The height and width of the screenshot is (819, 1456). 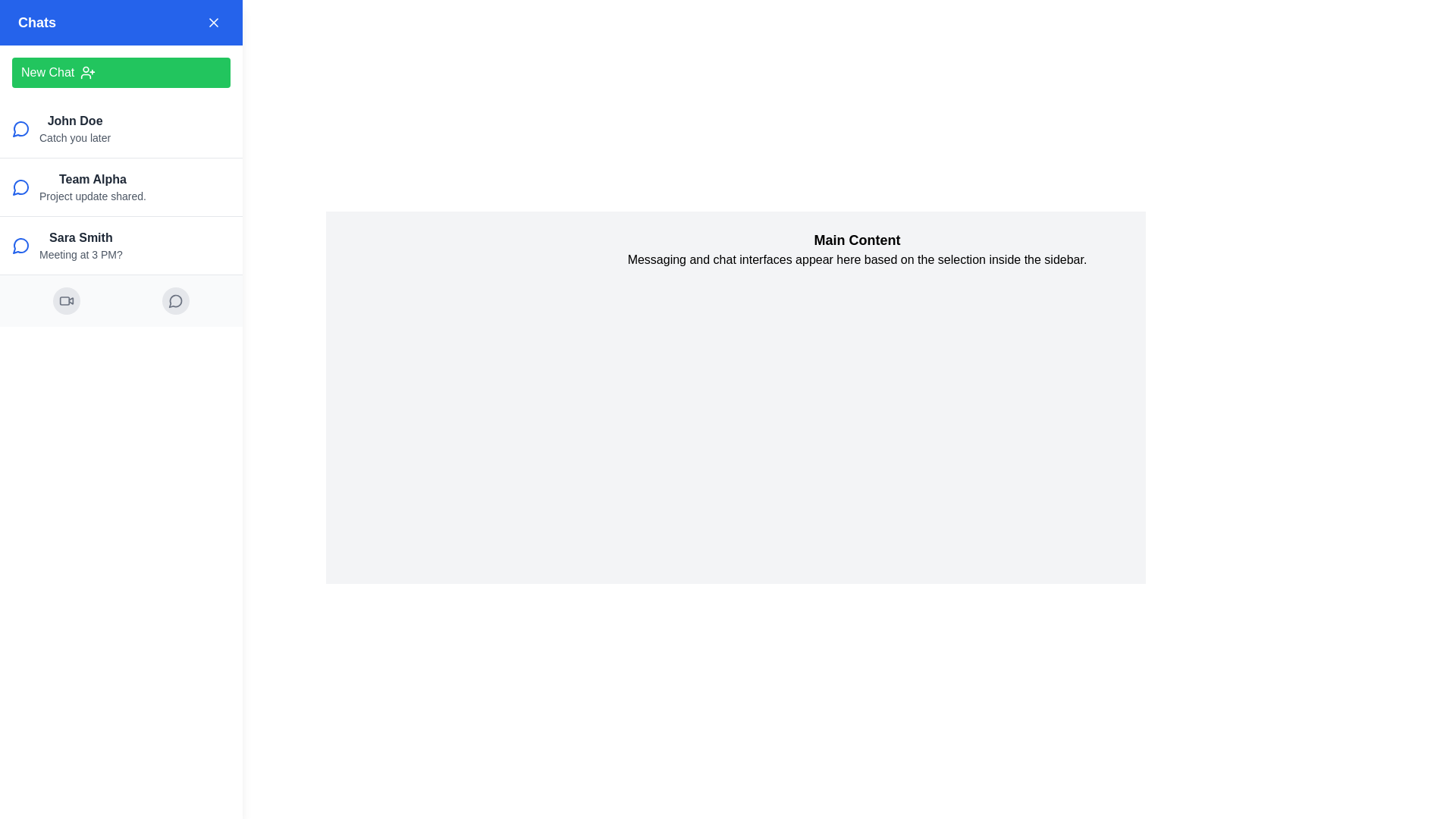 I want to click on the third list item in the sidebar containing the conversation preview for 'Sara Smith', so click(x=120, y=245).